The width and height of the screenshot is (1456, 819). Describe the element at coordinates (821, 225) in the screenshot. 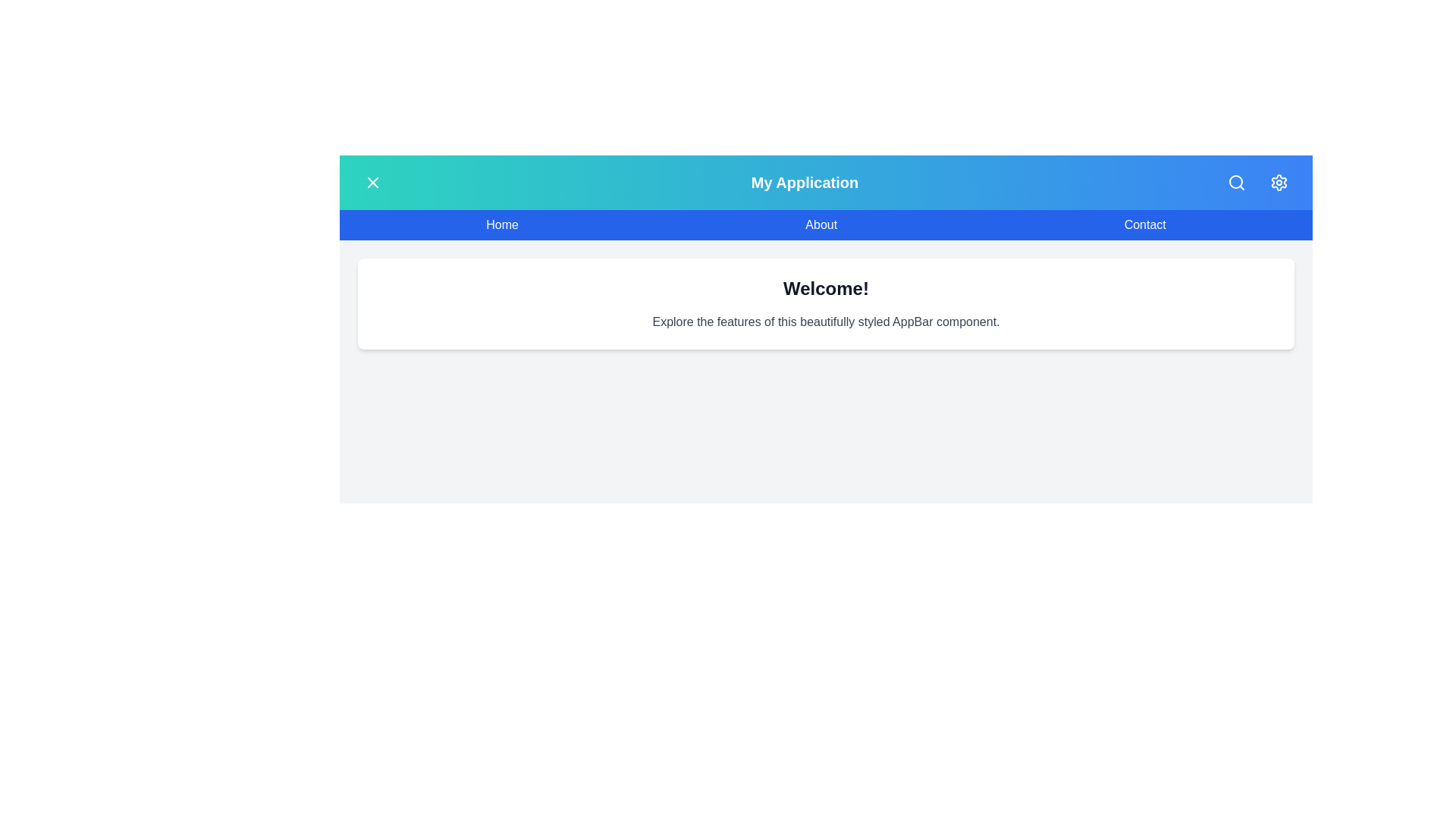

I see `the About navigation link` at that location.